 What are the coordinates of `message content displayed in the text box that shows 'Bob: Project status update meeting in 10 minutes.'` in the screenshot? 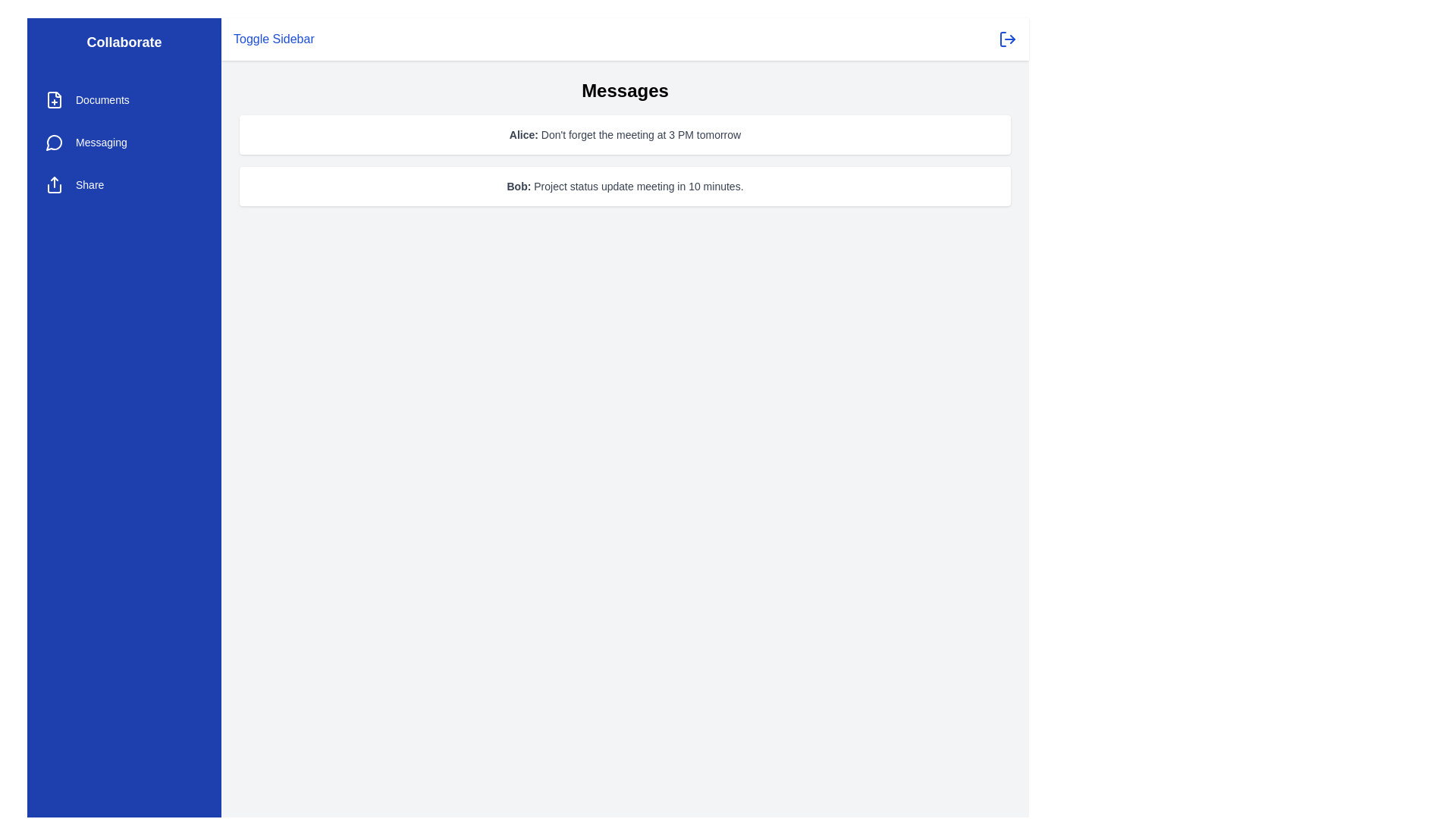 It's located at (625, 186).